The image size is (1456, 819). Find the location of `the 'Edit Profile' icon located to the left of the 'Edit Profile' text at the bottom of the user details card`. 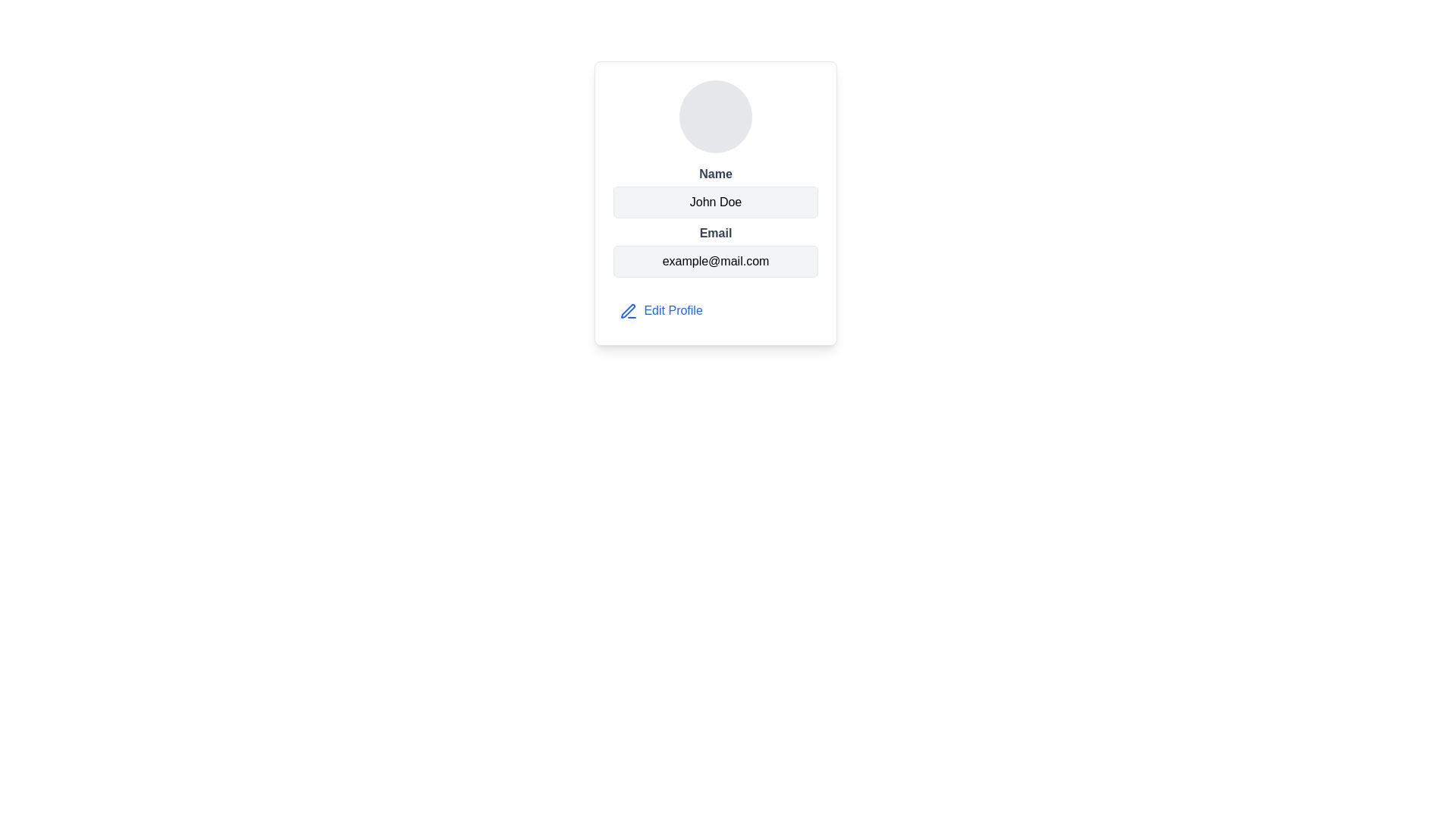

the 'Edit Profile' icon located to the left of the 'Edit Profile' text at the bottom of the user details card is located at coordinates (629, 309).